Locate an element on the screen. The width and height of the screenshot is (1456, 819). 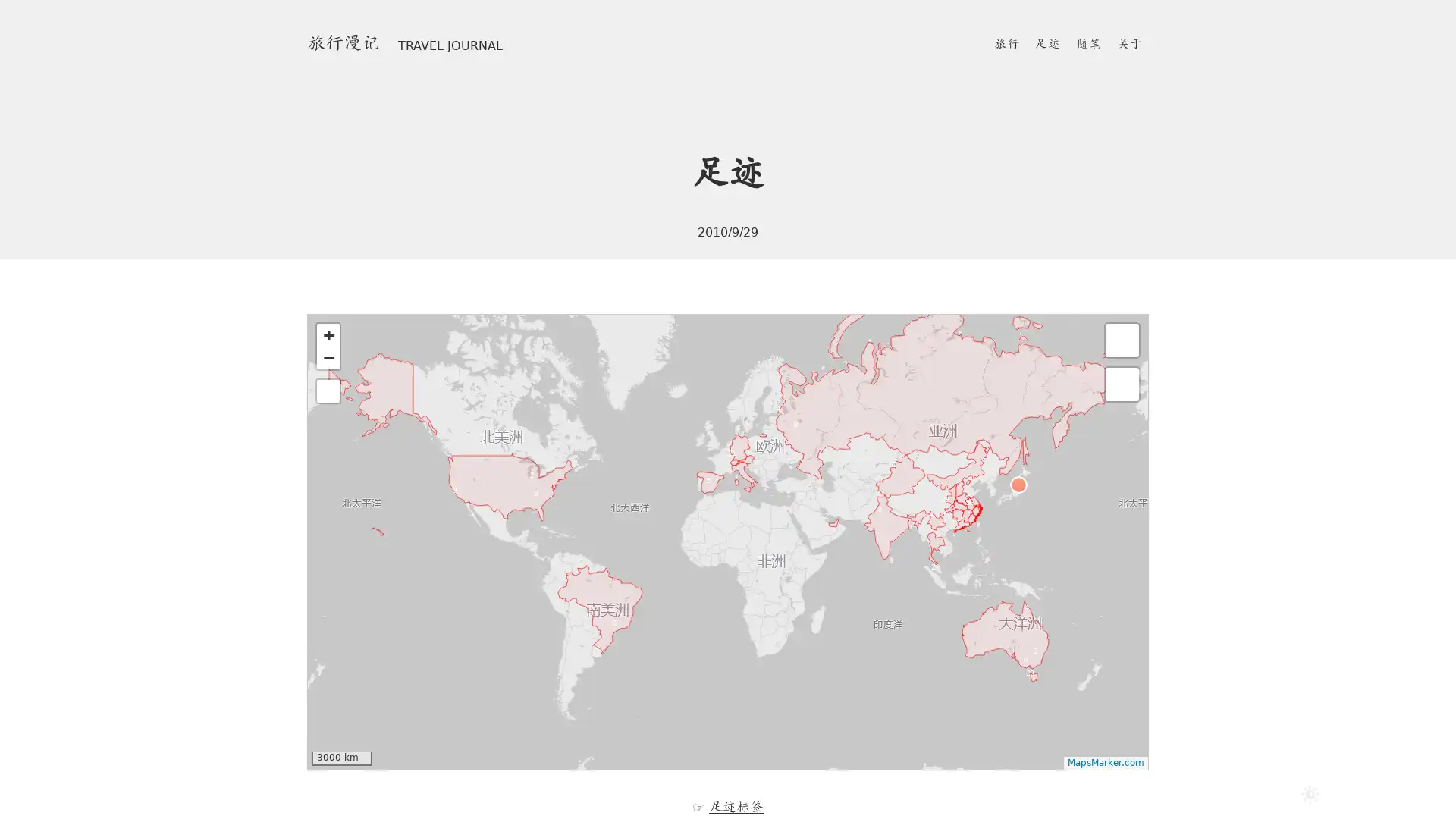
3 is located at coordinates (459, 494).